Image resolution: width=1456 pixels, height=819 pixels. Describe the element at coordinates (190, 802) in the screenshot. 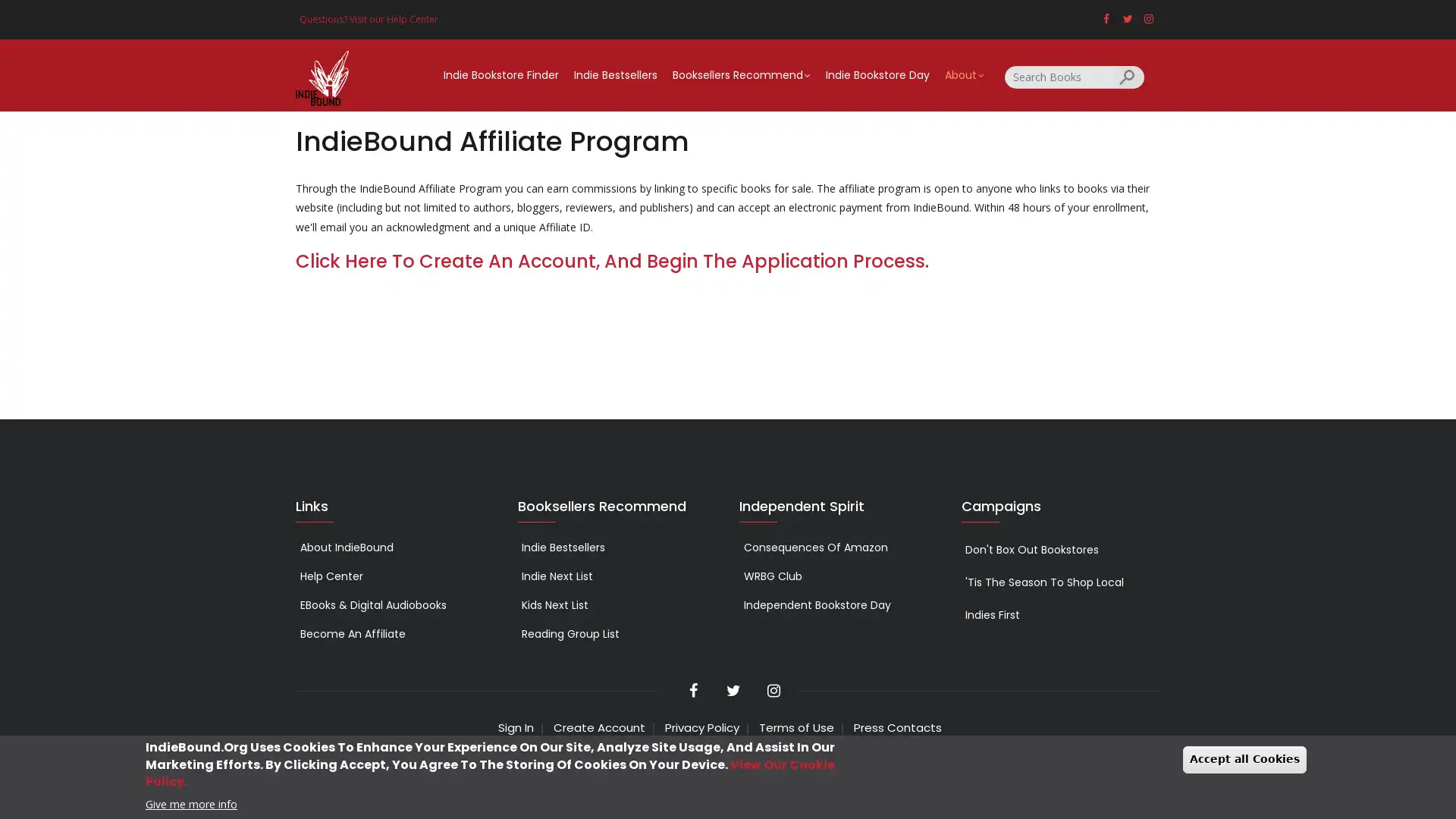

I see `Give me more info` at that location.